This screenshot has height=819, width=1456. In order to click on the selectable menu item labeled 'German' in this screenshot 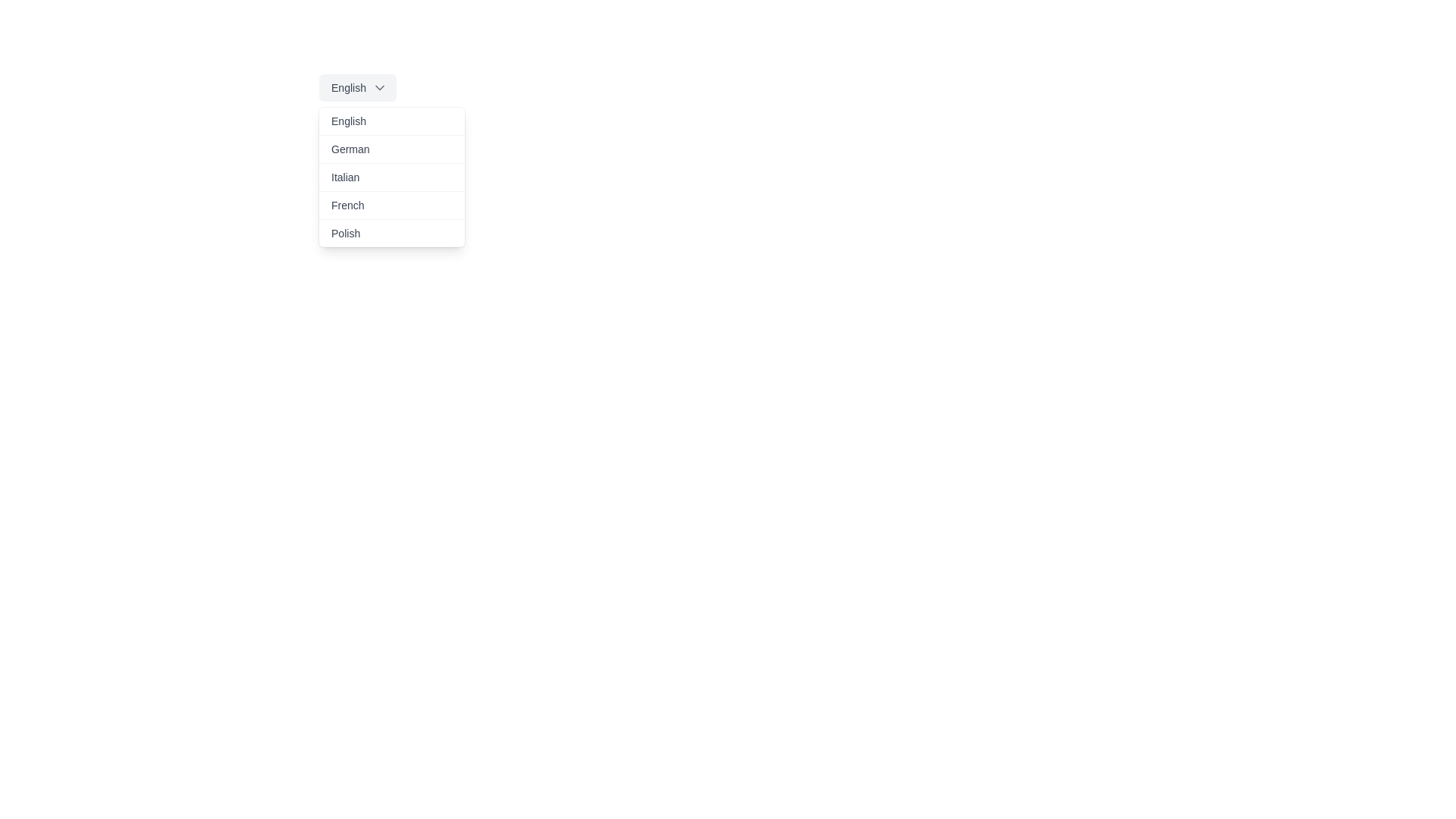, I will do `click(392, 149)`.